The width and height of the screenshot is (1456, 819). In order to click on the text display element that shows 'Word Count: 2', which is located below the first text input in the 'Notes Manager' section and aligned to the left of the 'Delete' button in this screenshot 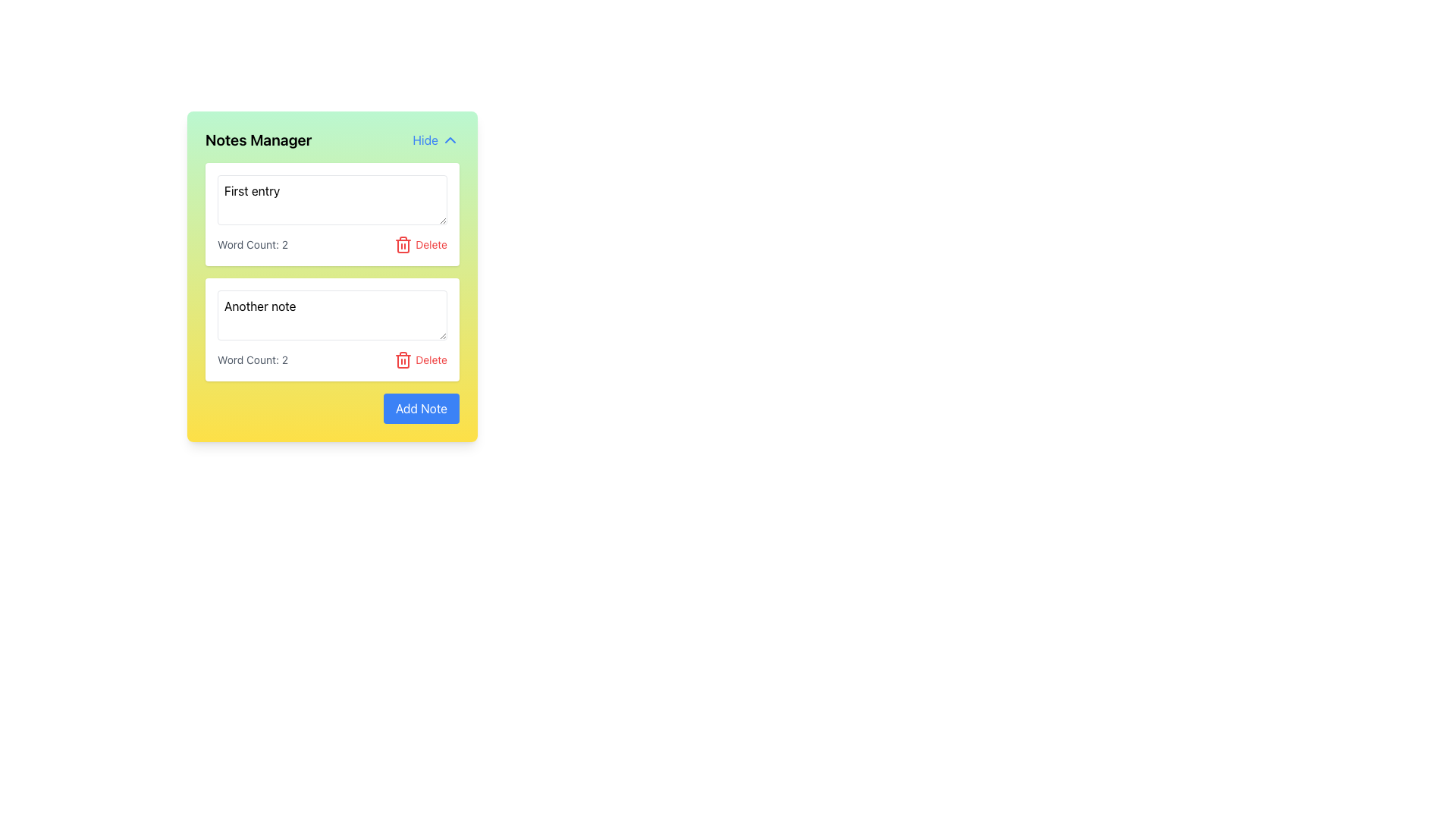, I will do `click(253, 244)`.